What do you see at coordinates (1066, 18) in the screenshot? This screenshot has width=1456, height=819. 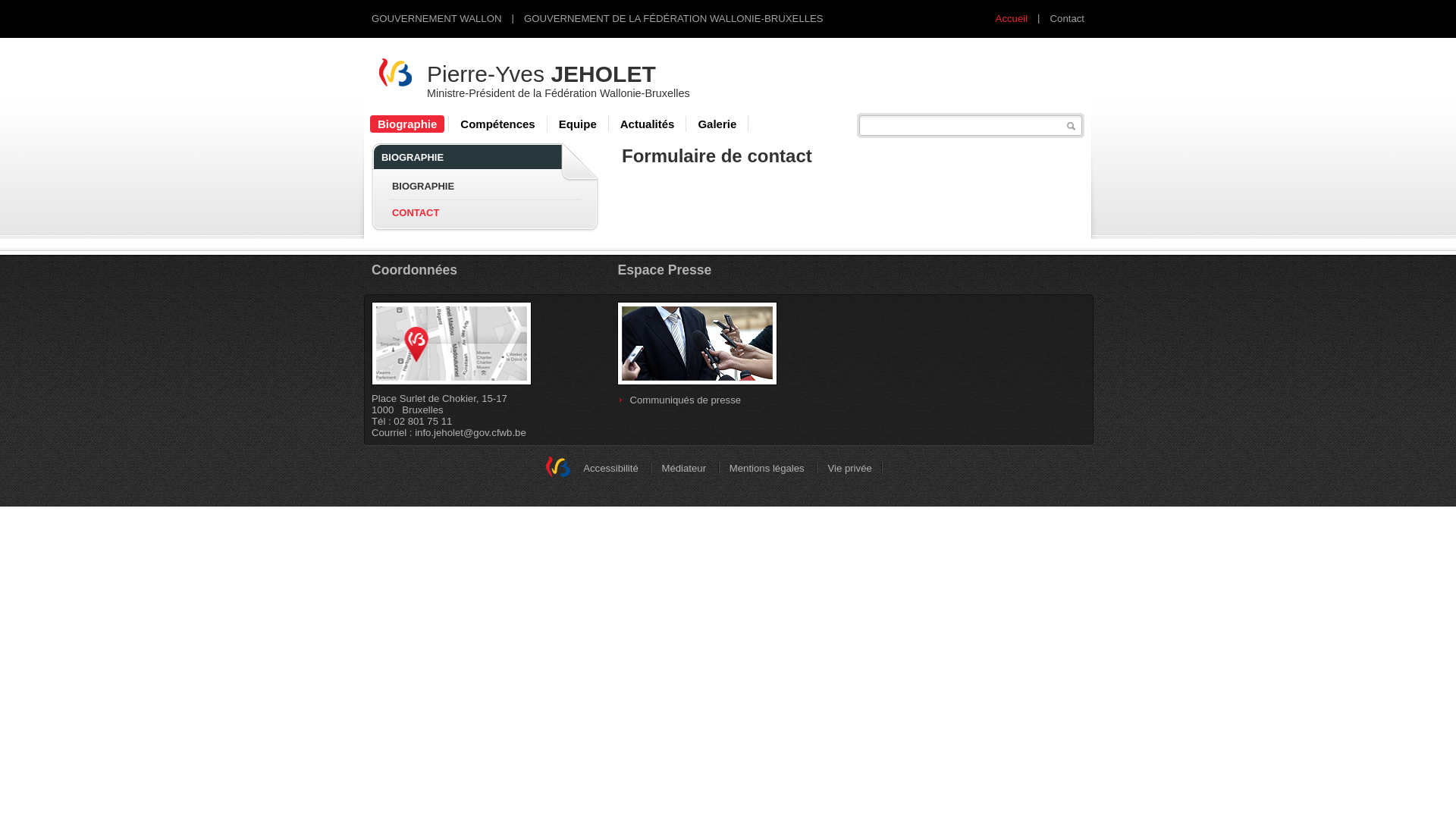 I see `'Contact'` at bounding box center [1066, 18].